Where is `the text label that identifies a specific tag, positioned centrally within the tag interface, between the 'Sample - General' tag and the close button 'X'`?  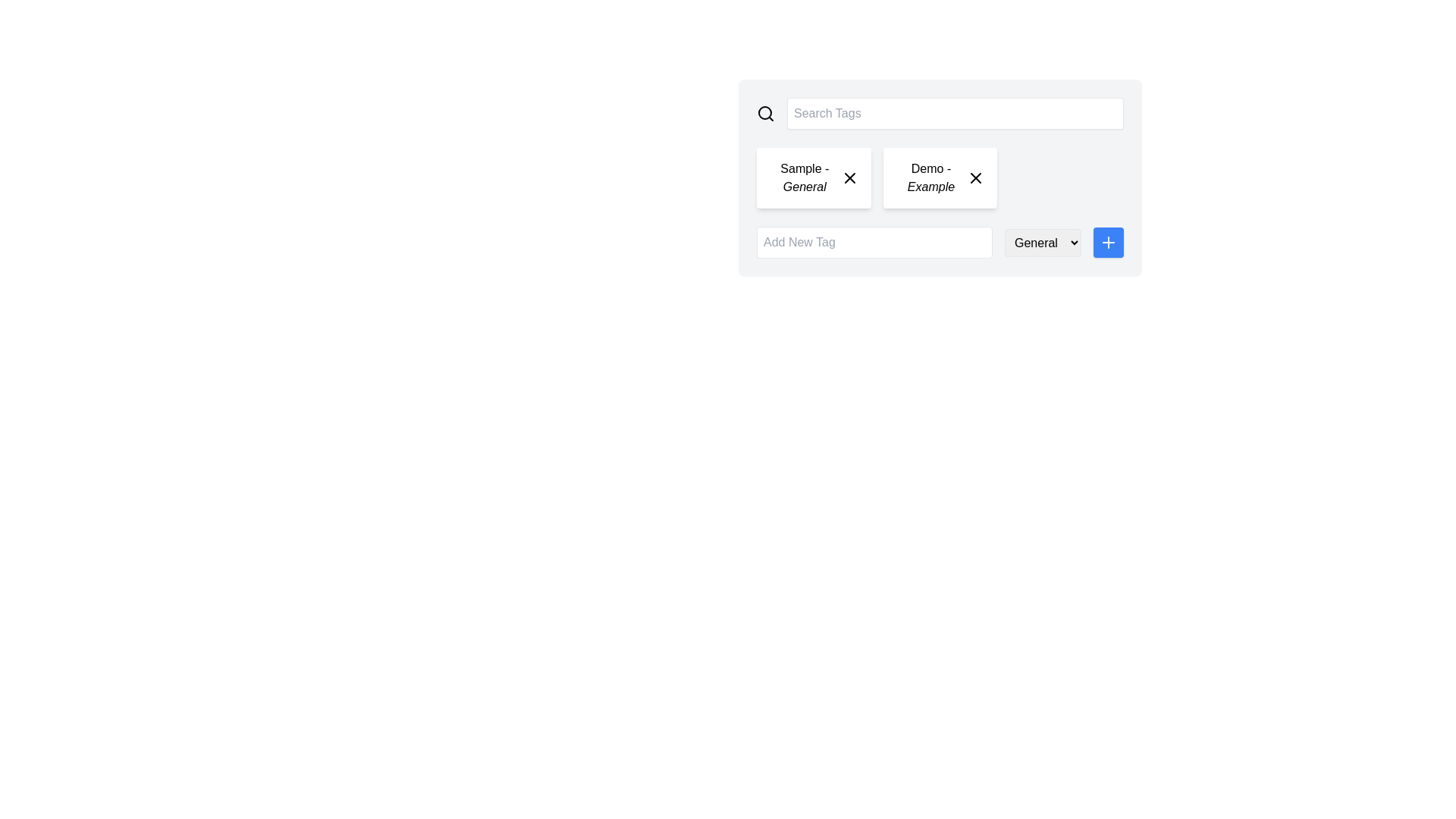
the text label that identifies a specific tag, positioned centrally within the tag interface, between the 'Sample - General' tag and the close button 'X' is located at coordinates (930, 177).